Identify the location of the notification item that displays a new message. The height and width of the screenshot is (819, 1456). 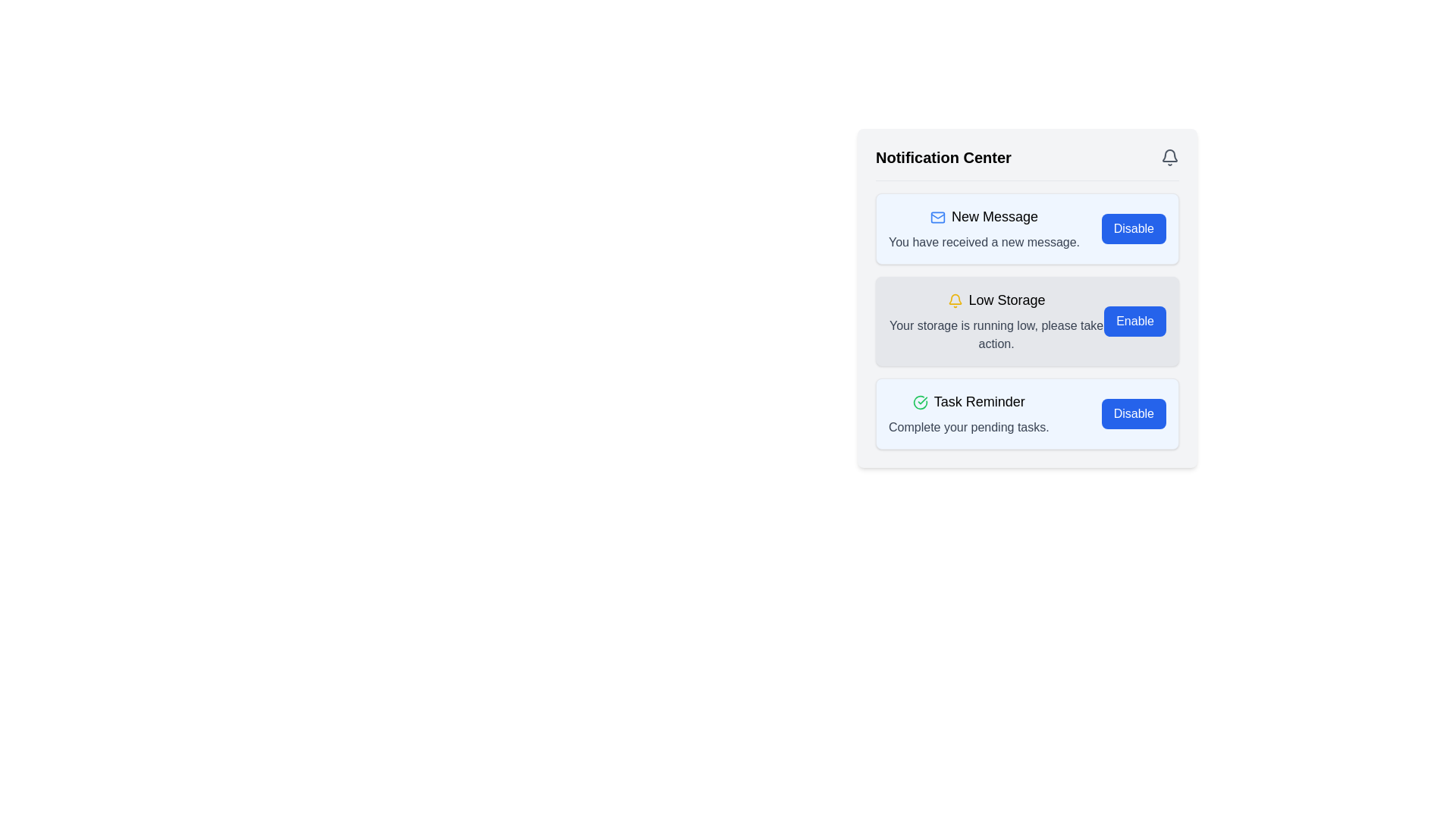
(984, 228).